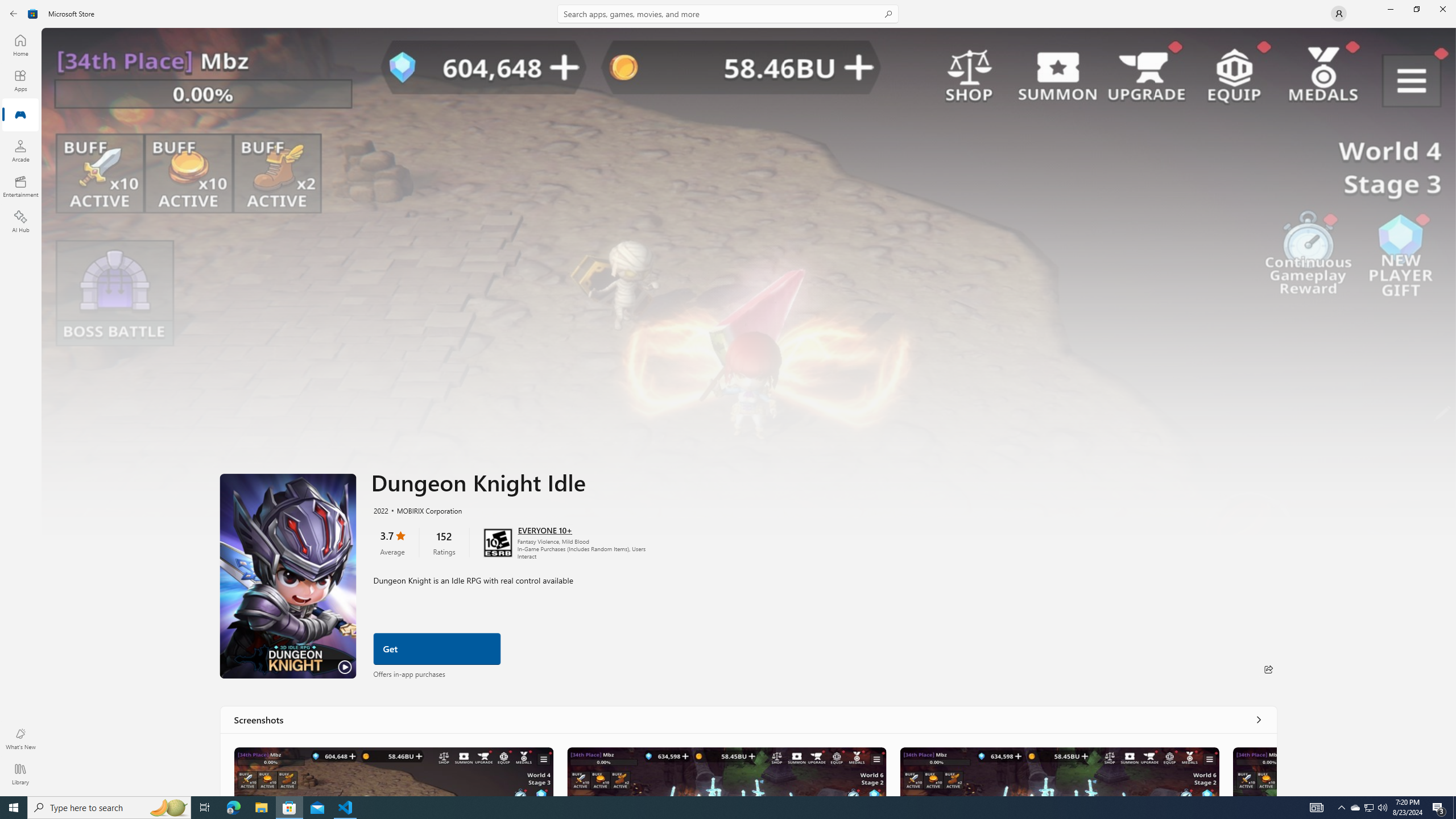  Describe the element at coordinates (1268, 668) in the screenshot. I see `'Share'` at that location.